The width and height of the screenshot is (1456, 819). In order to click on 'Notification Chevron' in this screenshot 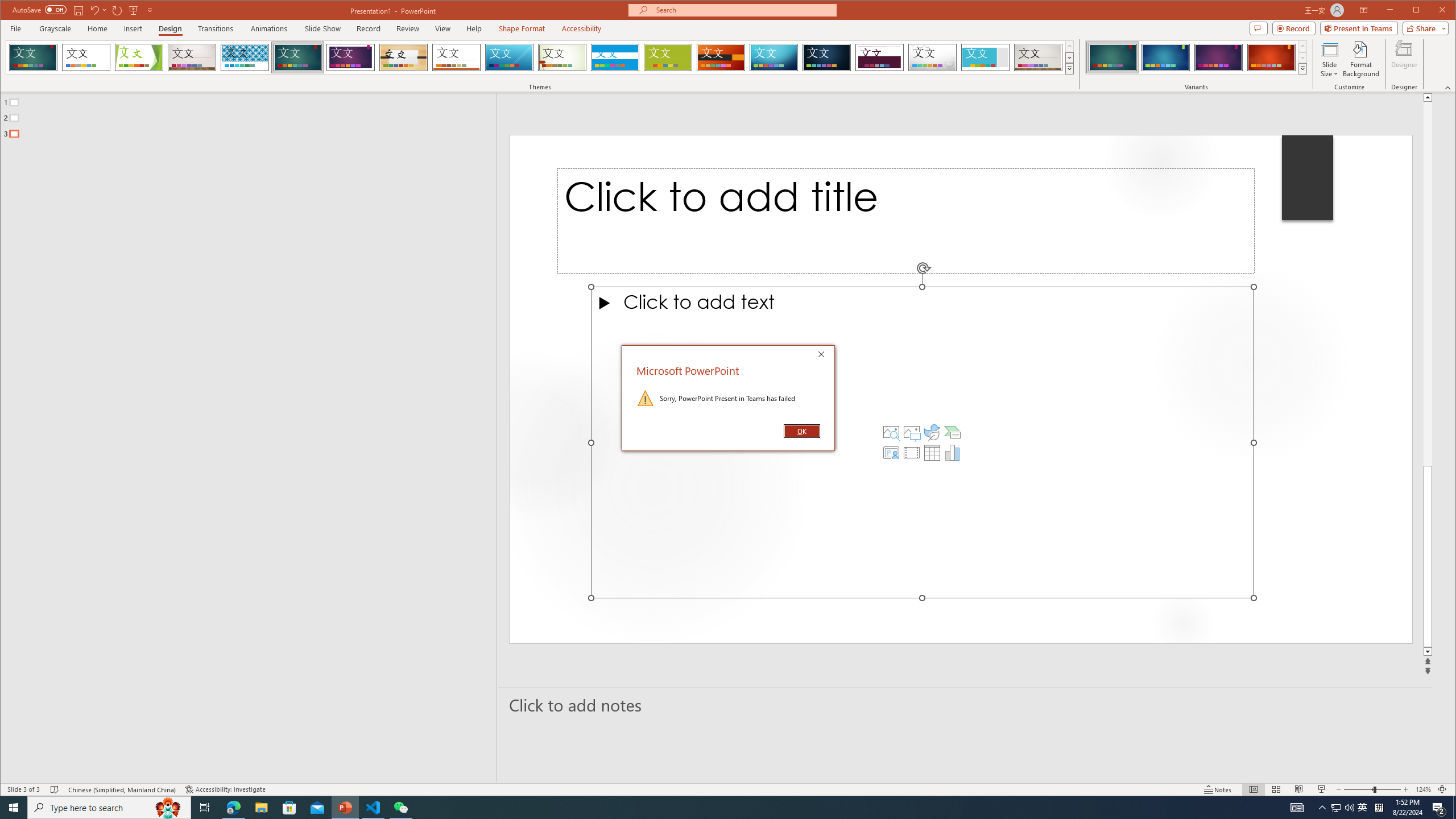, I will do `click(1322, 806)`.